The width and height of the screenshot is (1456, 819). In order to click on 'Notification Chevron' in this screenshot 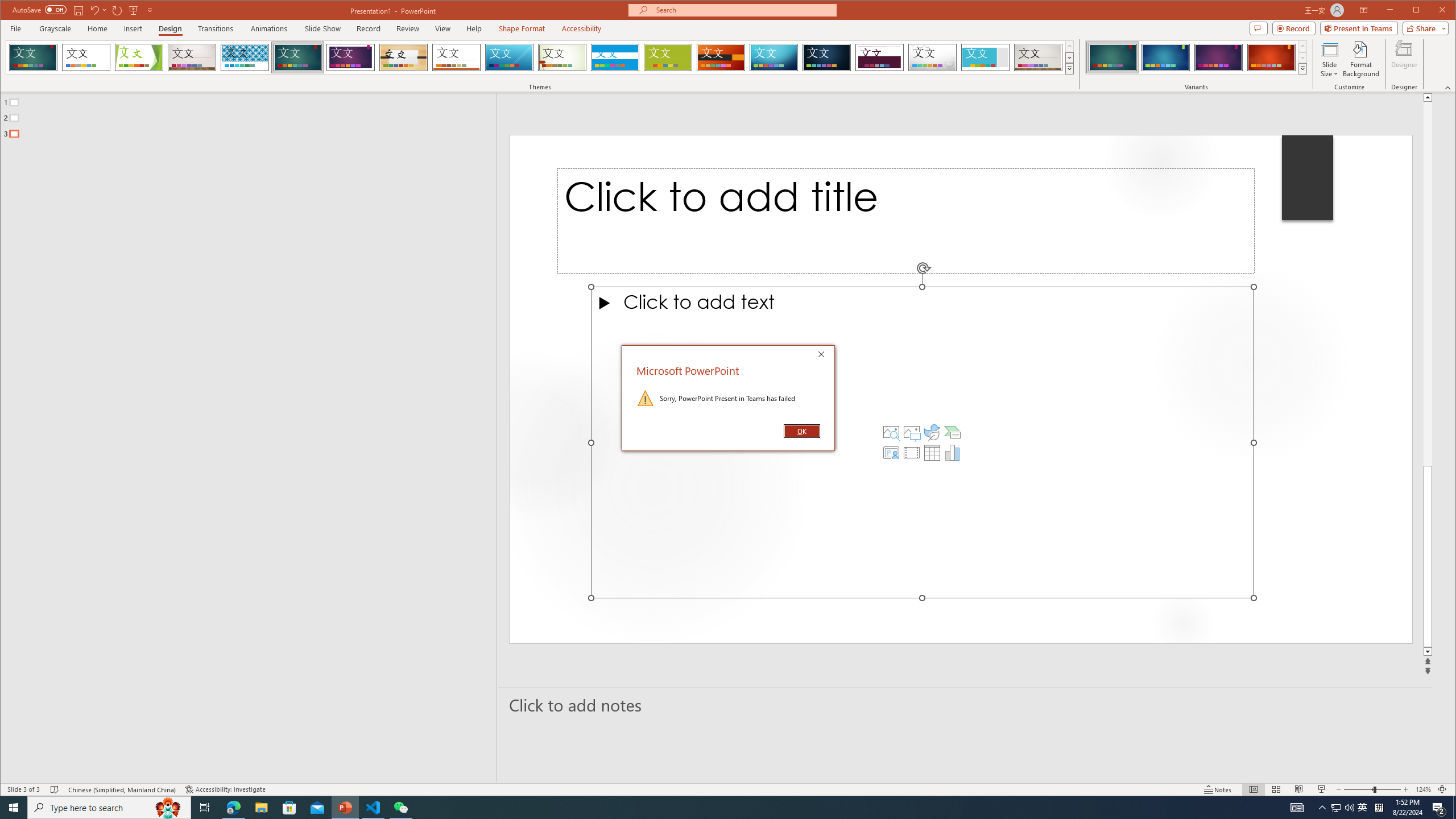, I will do `click(1322, 806)`.